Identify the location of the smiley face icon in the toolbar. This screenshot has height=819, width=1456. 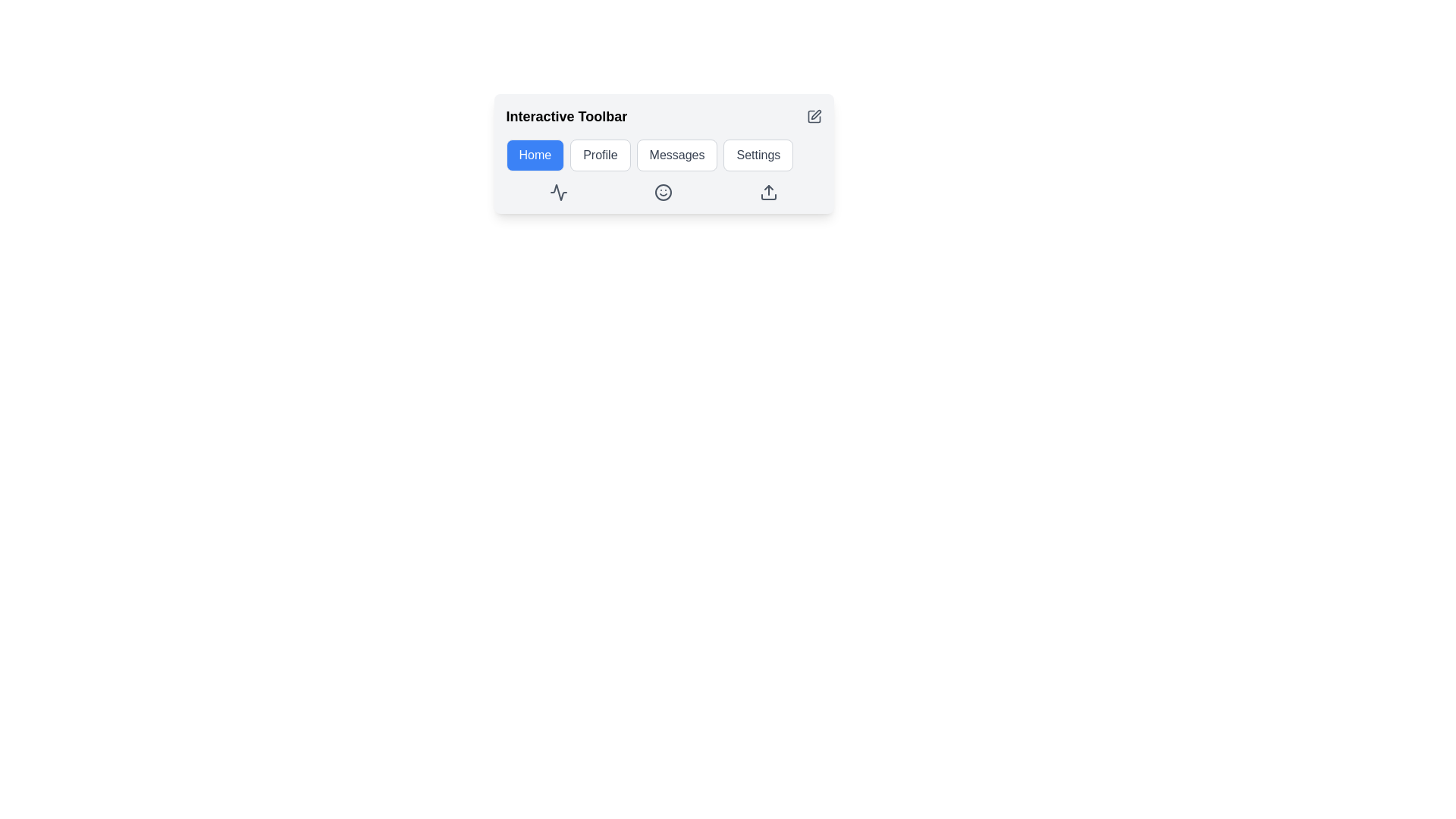
(664, 192).